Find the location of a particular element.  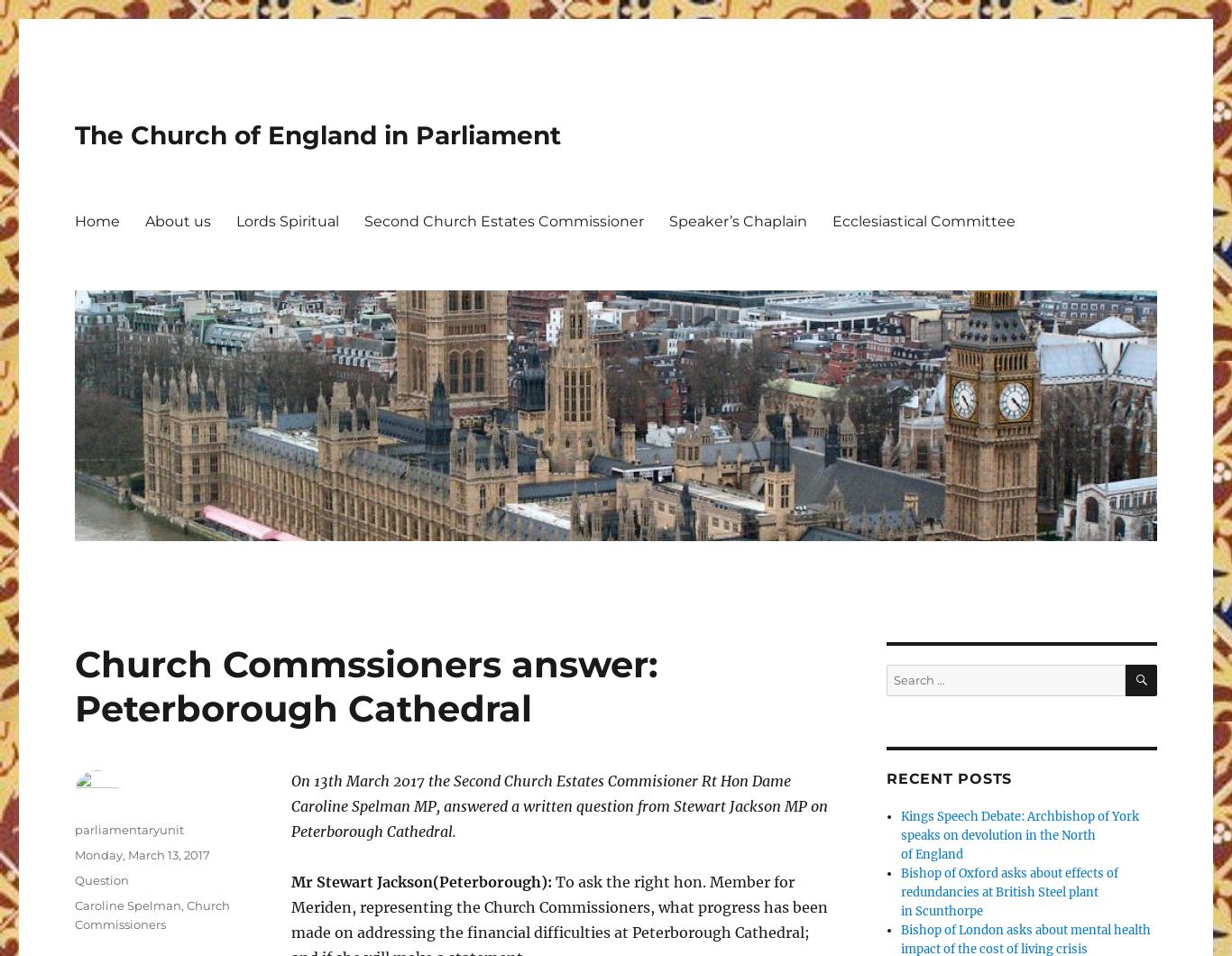

'Kings Speech Debate: Archbishop of York speaks on devolution in the North of England' is located at coordinates (1019, 835).